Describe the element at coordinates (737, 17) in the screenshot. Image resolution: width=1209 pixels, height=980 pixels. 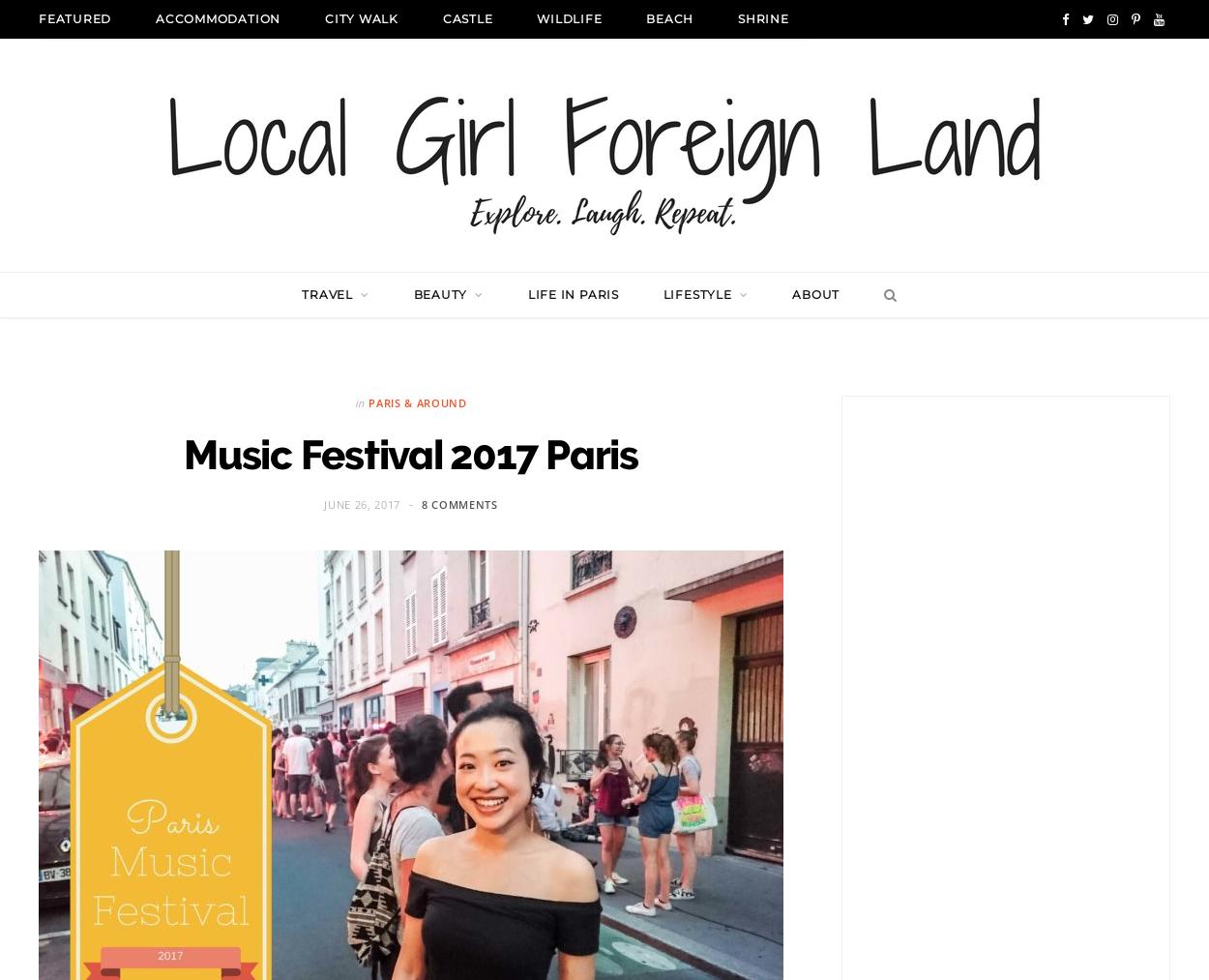
I see `'Shrine'` at that location.